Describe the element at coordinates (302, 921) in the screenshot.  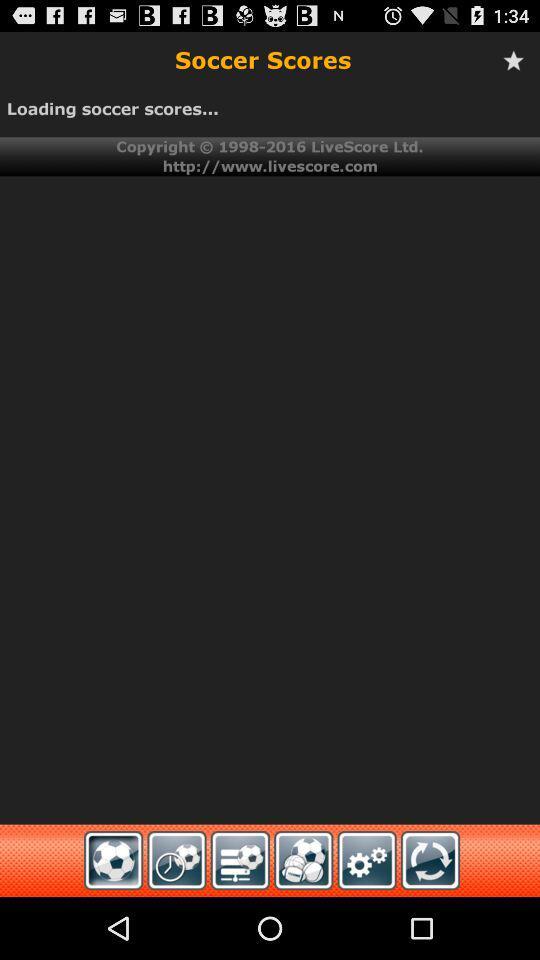
I see `the avatar icon` at that location.